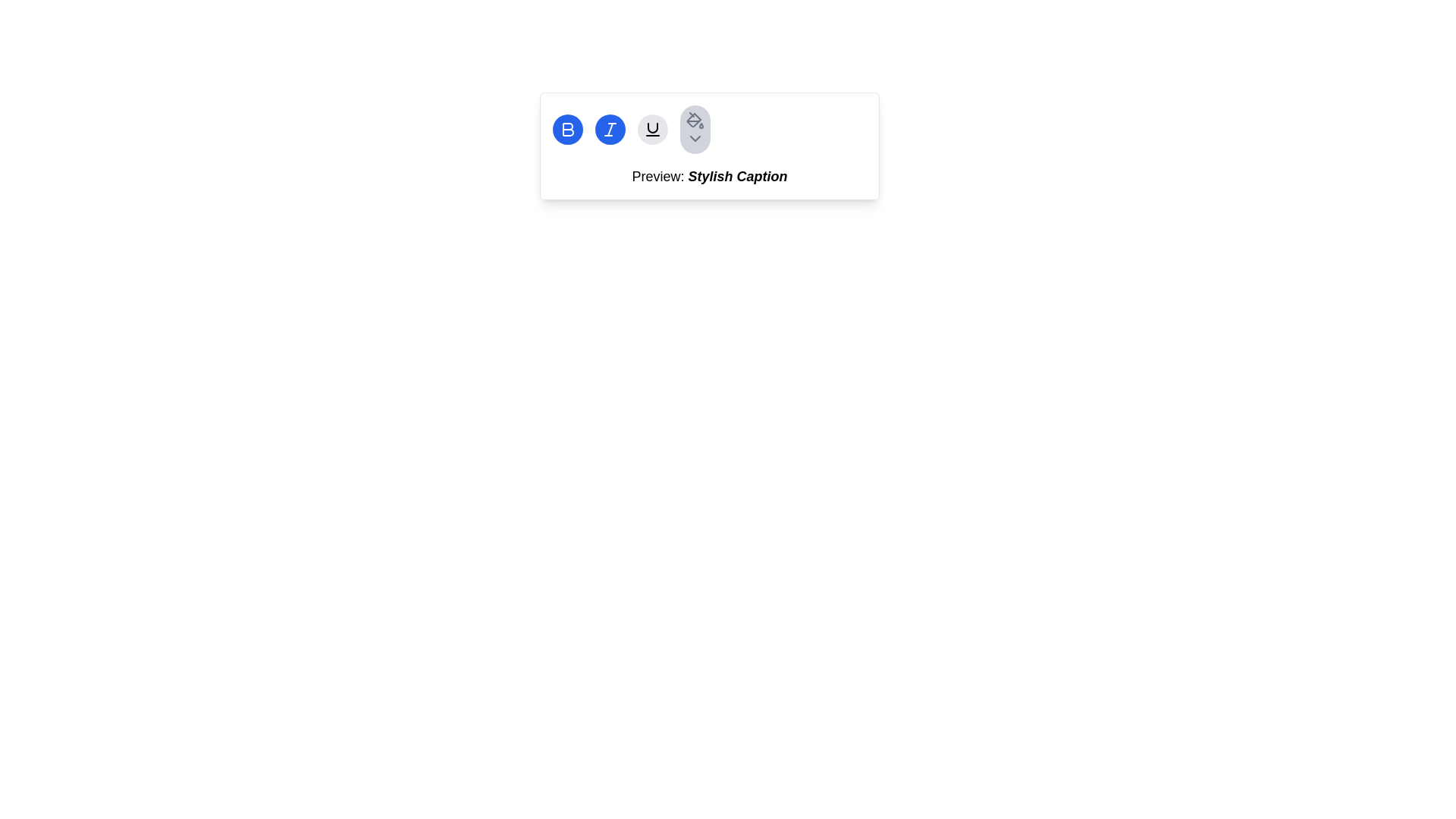 The image size is (1456, 819). I want to click on the italic toggle button located second from the left in the horizontal menu, so click(610, 128).